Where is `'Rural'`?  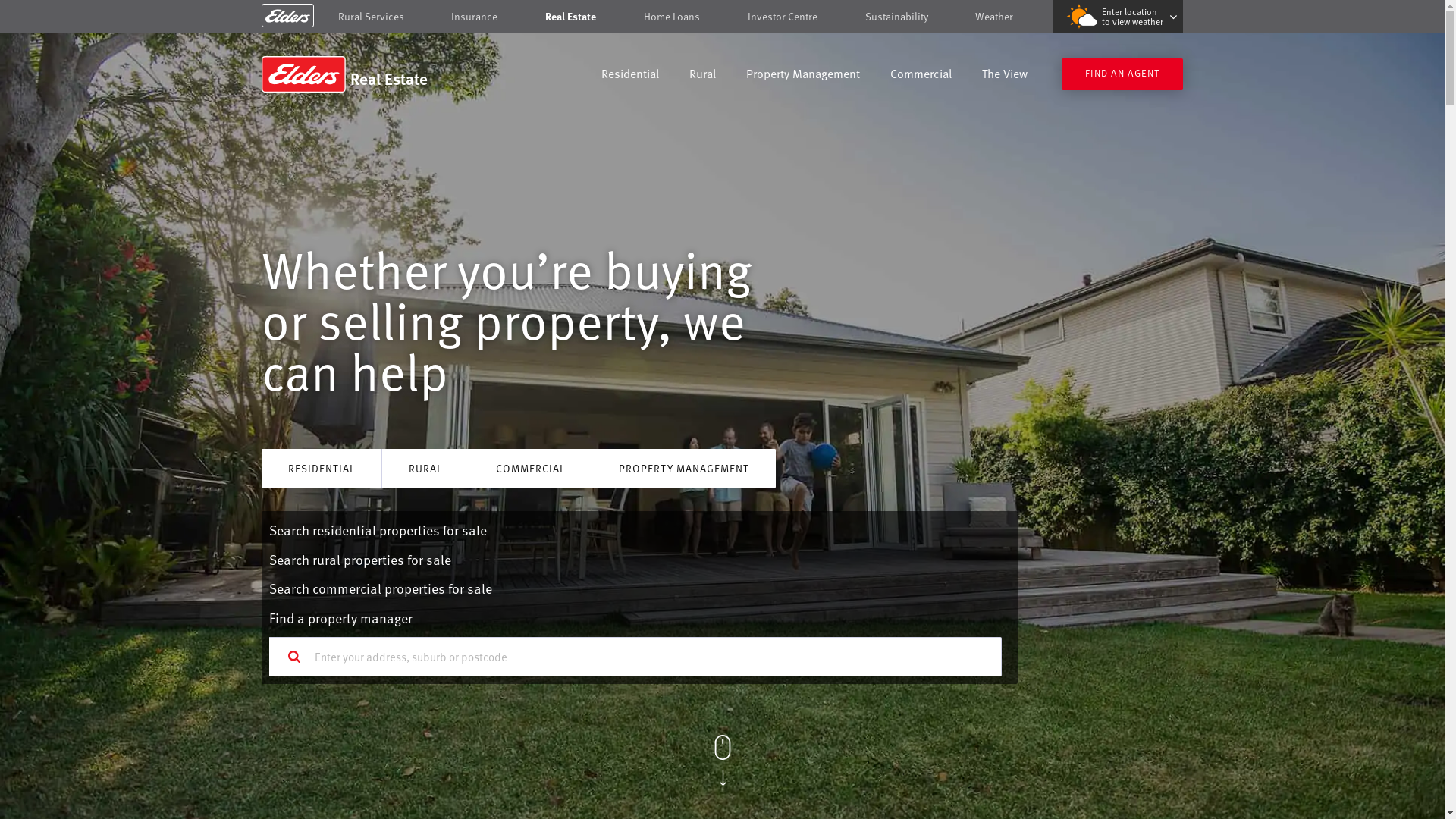
'Rural' is located at coordinates (701, 75).